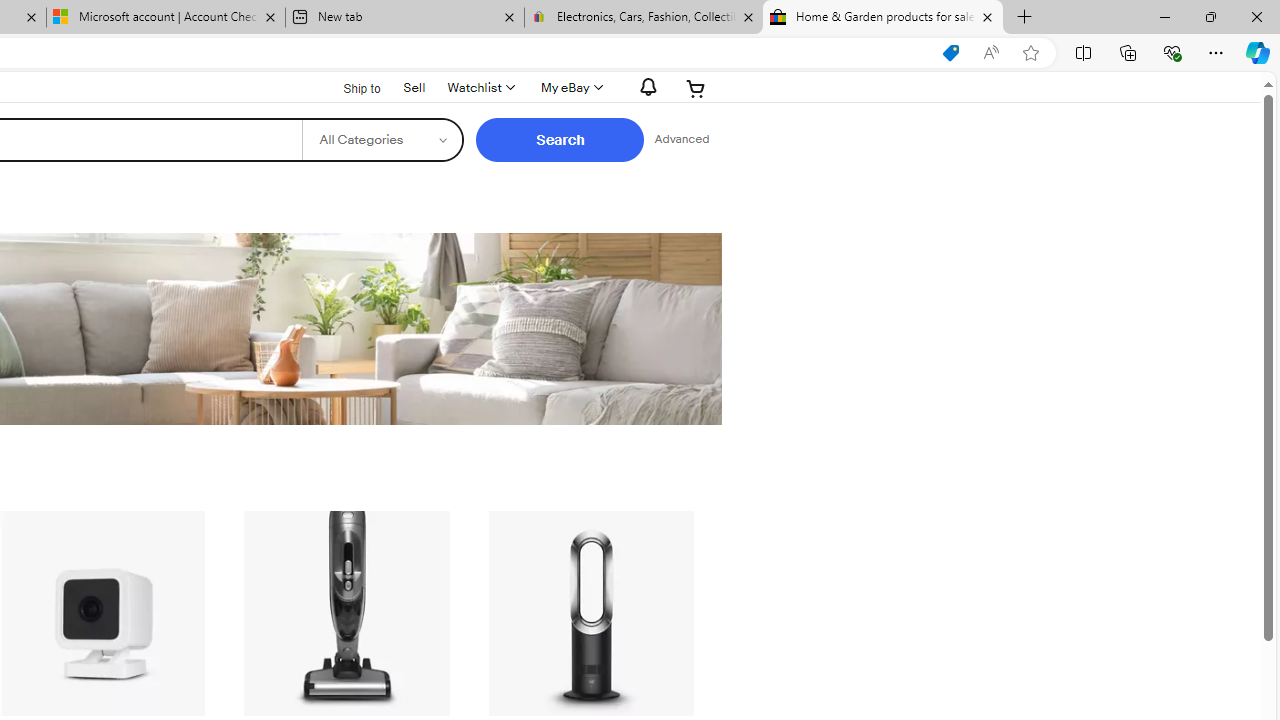  Describe the element at coordinates (882, 17) in the screenshot. I see `'Home & Garden products for sale | eBay'` at that location.